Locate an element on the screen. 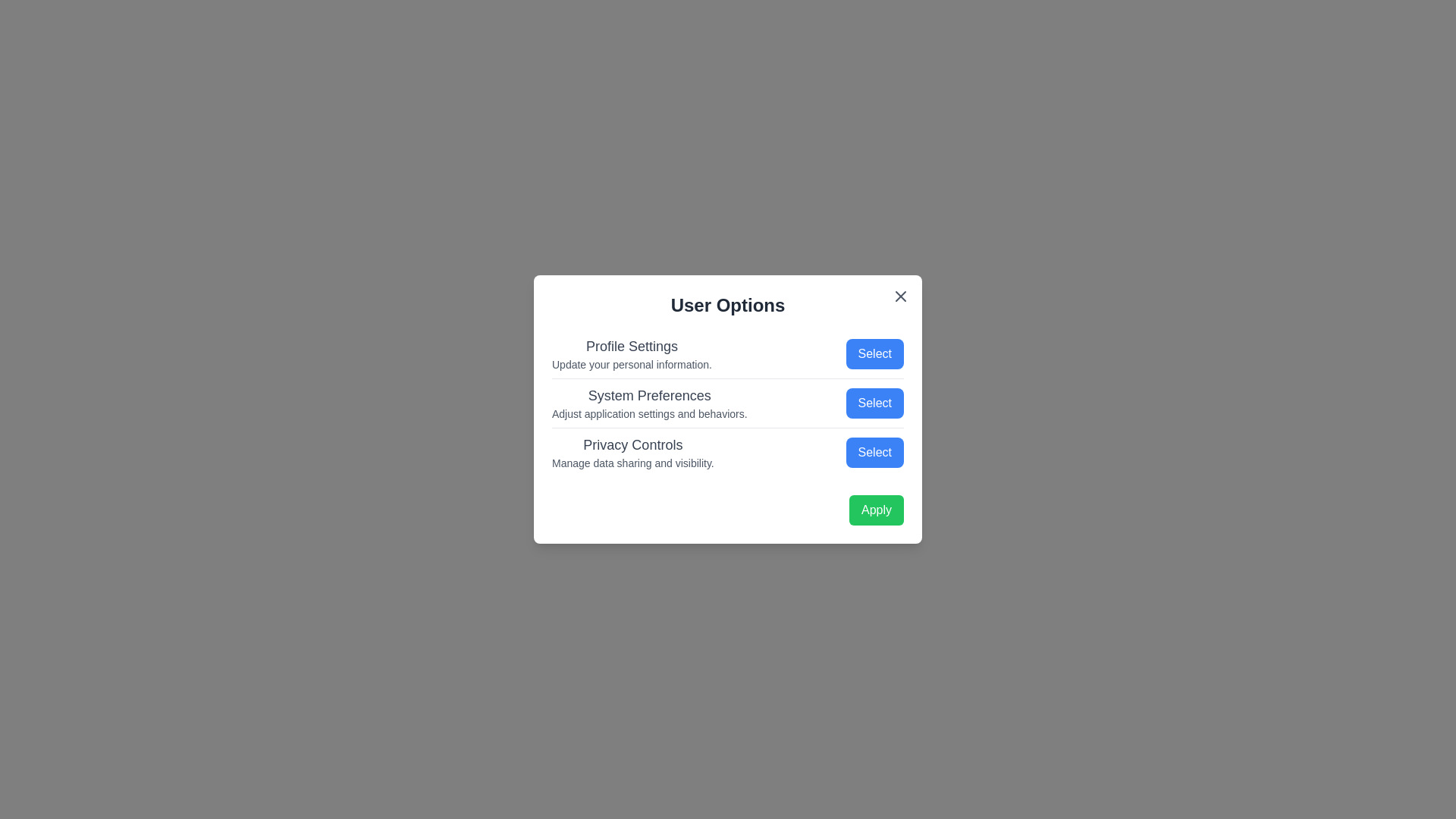 This screenshot has width=1456, height=819. the background outside the dialog to close it is located at coordinates (7, 8).